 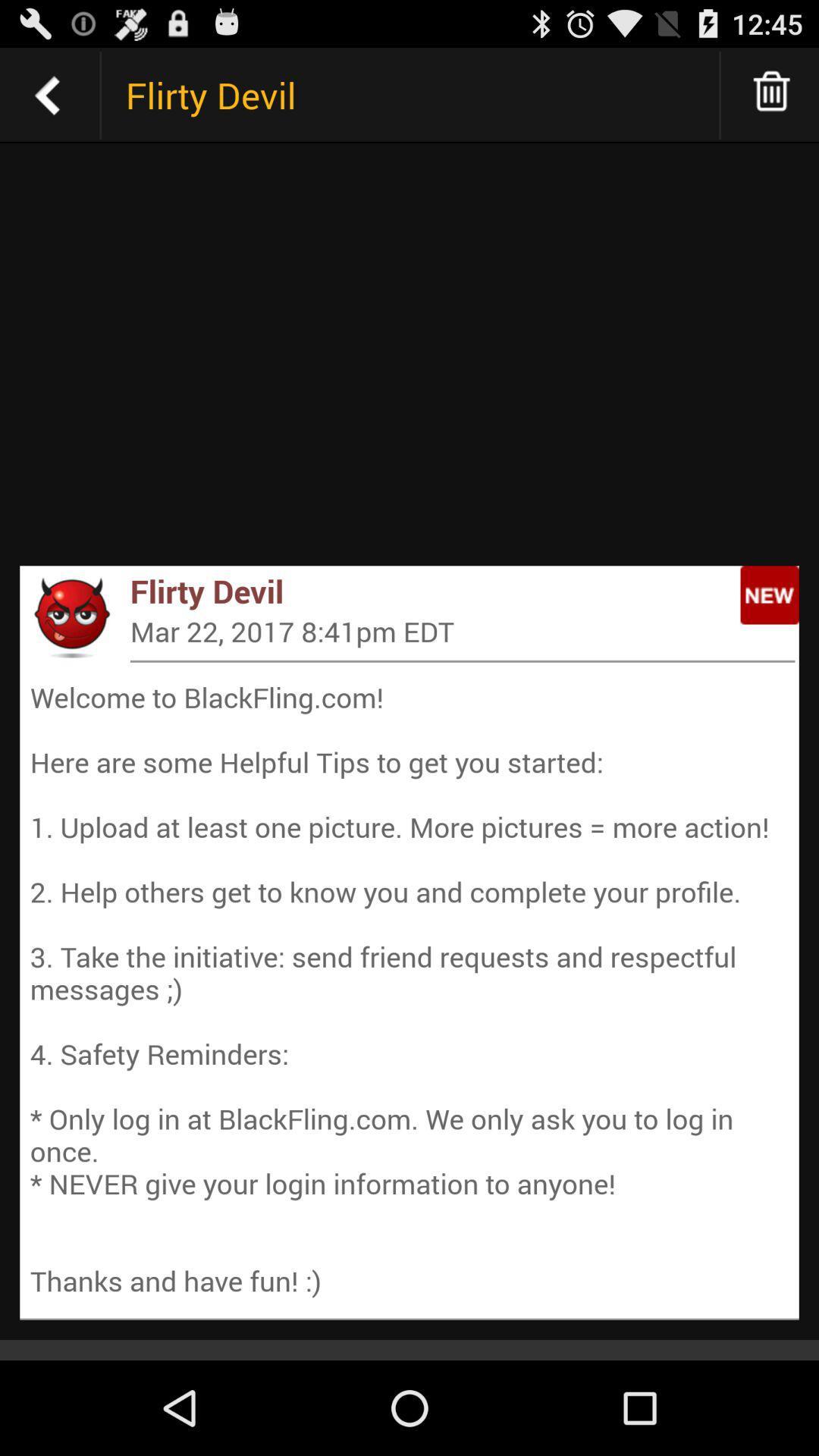 I want to click on welcome to blackfling at the bottom, so click(x=409, y=989).